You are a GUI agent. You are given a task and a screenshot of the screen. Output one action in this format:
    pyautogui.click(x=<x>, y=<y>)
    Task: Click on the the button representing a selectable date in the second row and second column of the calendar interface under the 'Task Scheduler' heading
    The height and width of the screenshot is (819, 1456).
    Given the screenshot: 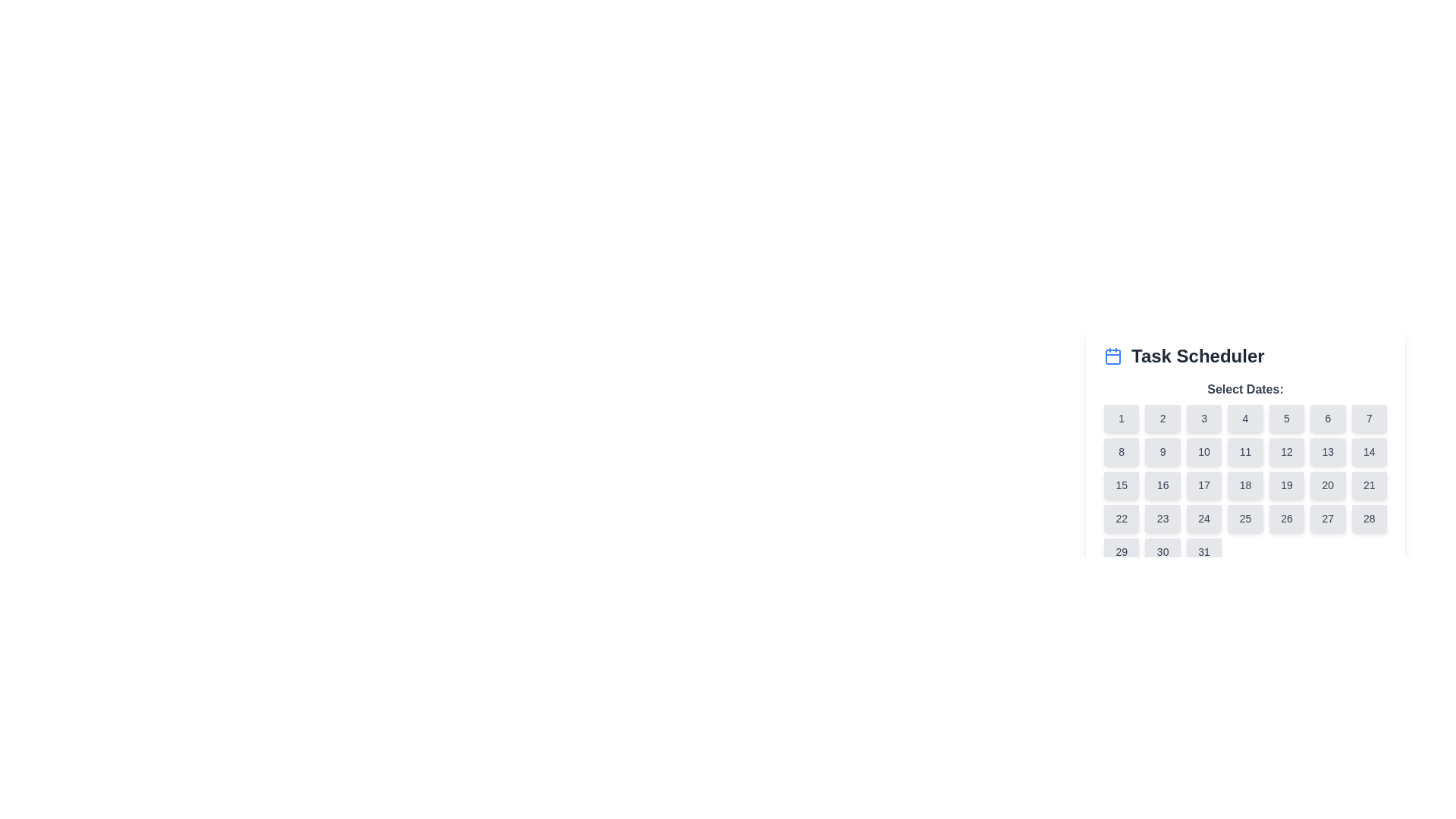 What is the action you would take?
    pyautogui.click(x=1162, y=451)
    